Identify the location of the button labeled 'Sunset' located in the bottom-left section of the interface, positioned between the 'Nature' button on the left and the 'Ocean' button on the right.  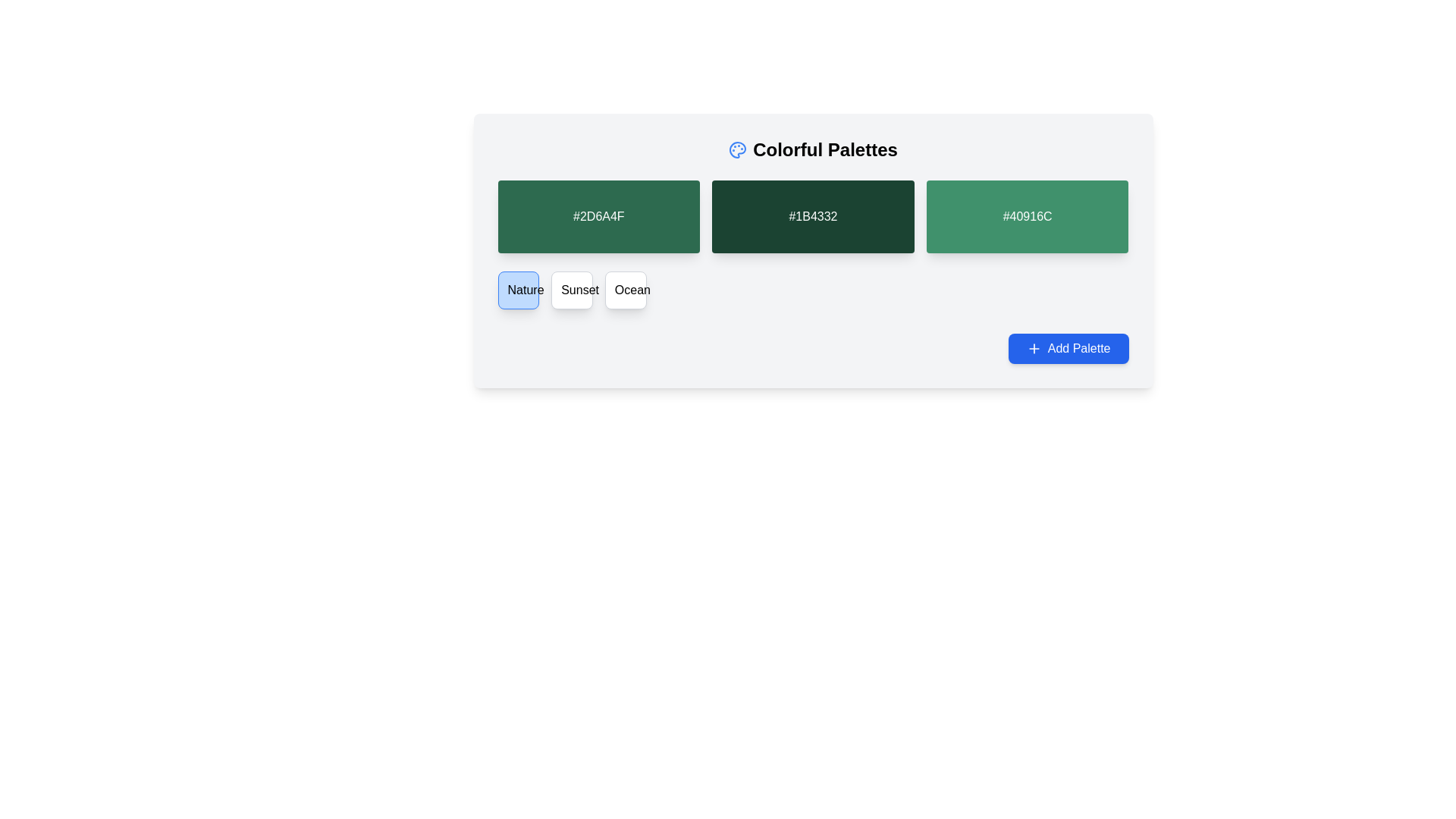
(571, 290).